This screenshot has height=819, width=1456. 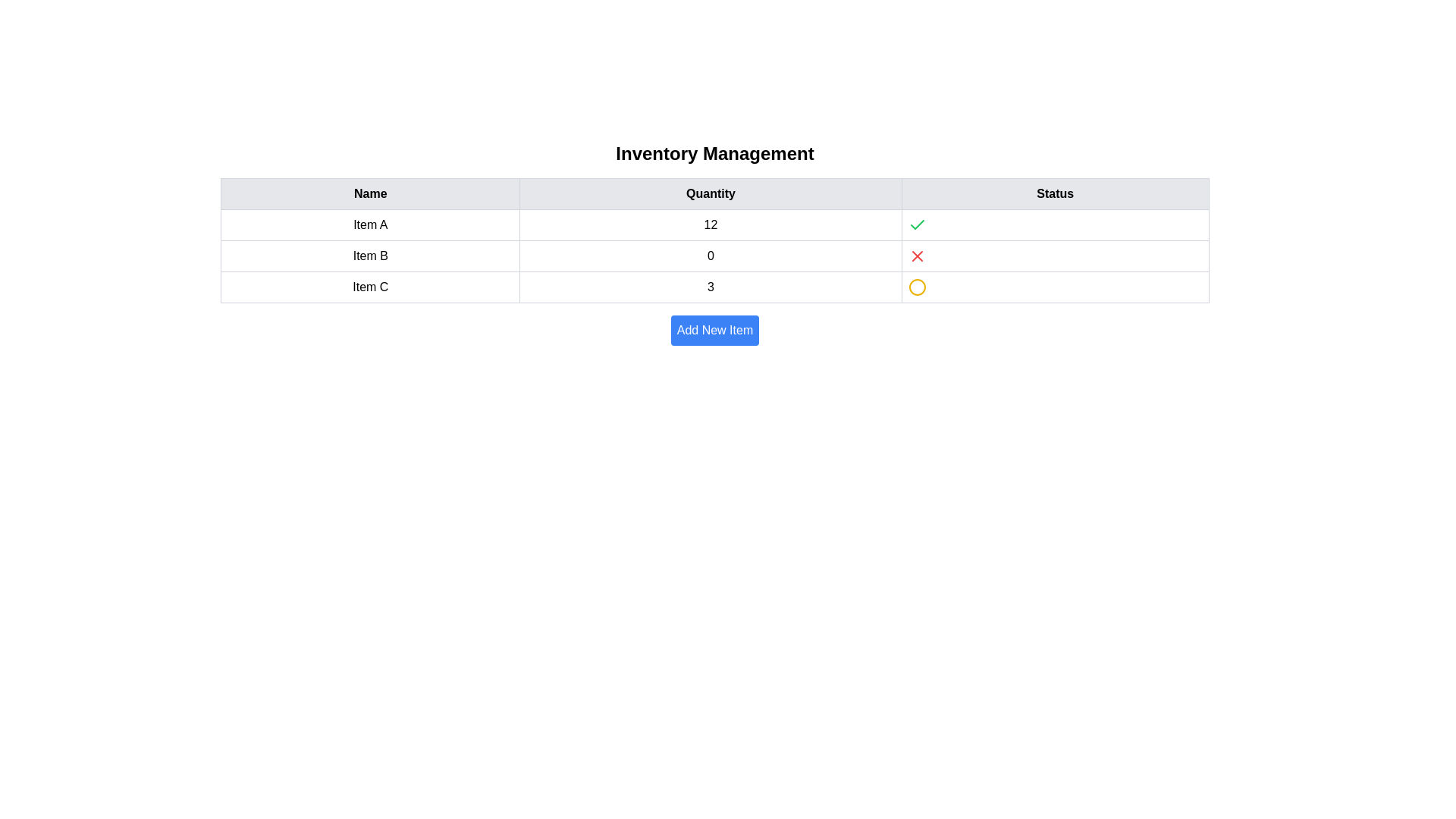 I want to click on the Label displaying 'Item C' in the third row of the 'Name' column of the table, so click(x=370, y=287).